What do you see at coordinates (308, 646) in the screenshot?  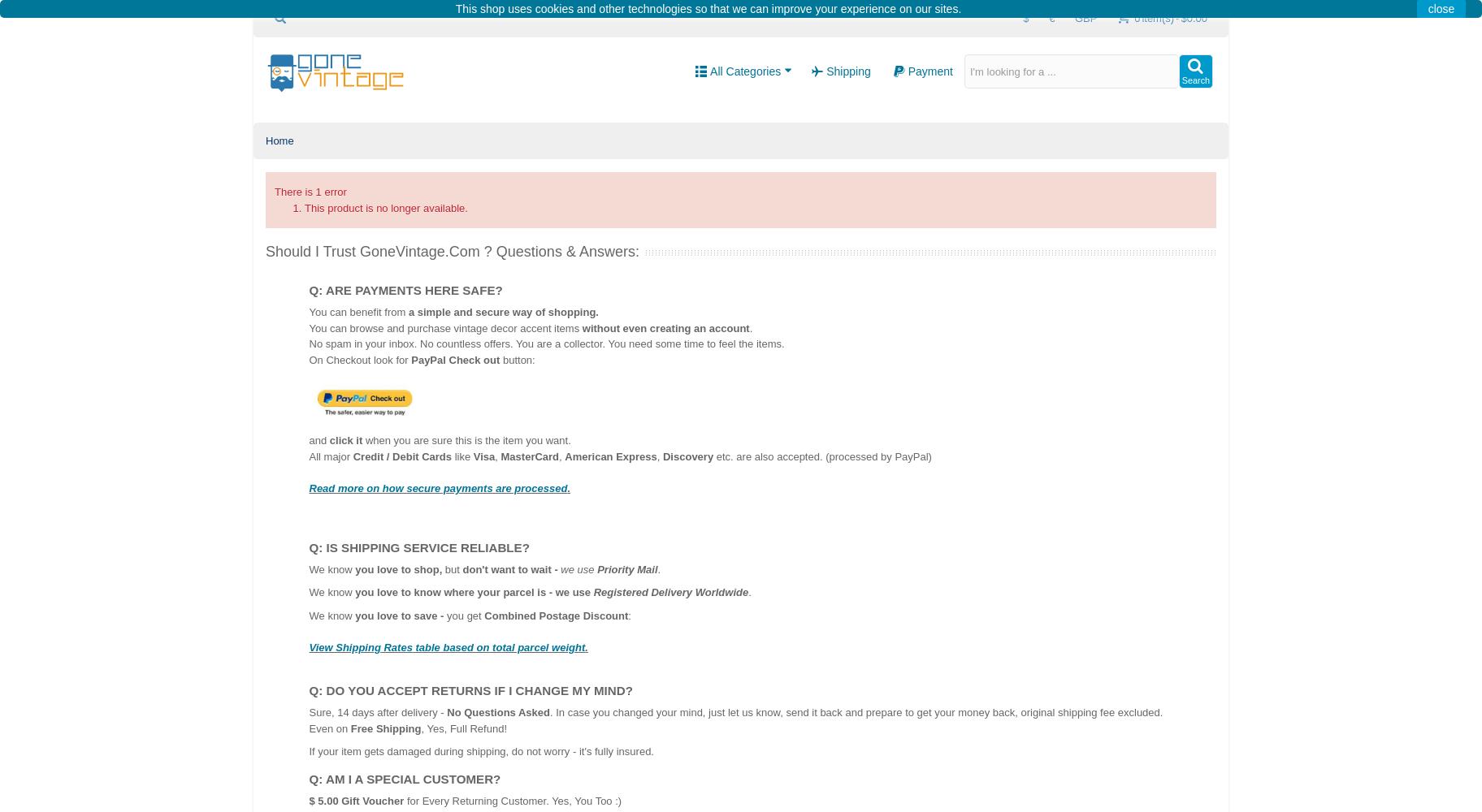 I see `'View Shipping Rates table based on total parcel weight'` at bounding box center [308, 646].